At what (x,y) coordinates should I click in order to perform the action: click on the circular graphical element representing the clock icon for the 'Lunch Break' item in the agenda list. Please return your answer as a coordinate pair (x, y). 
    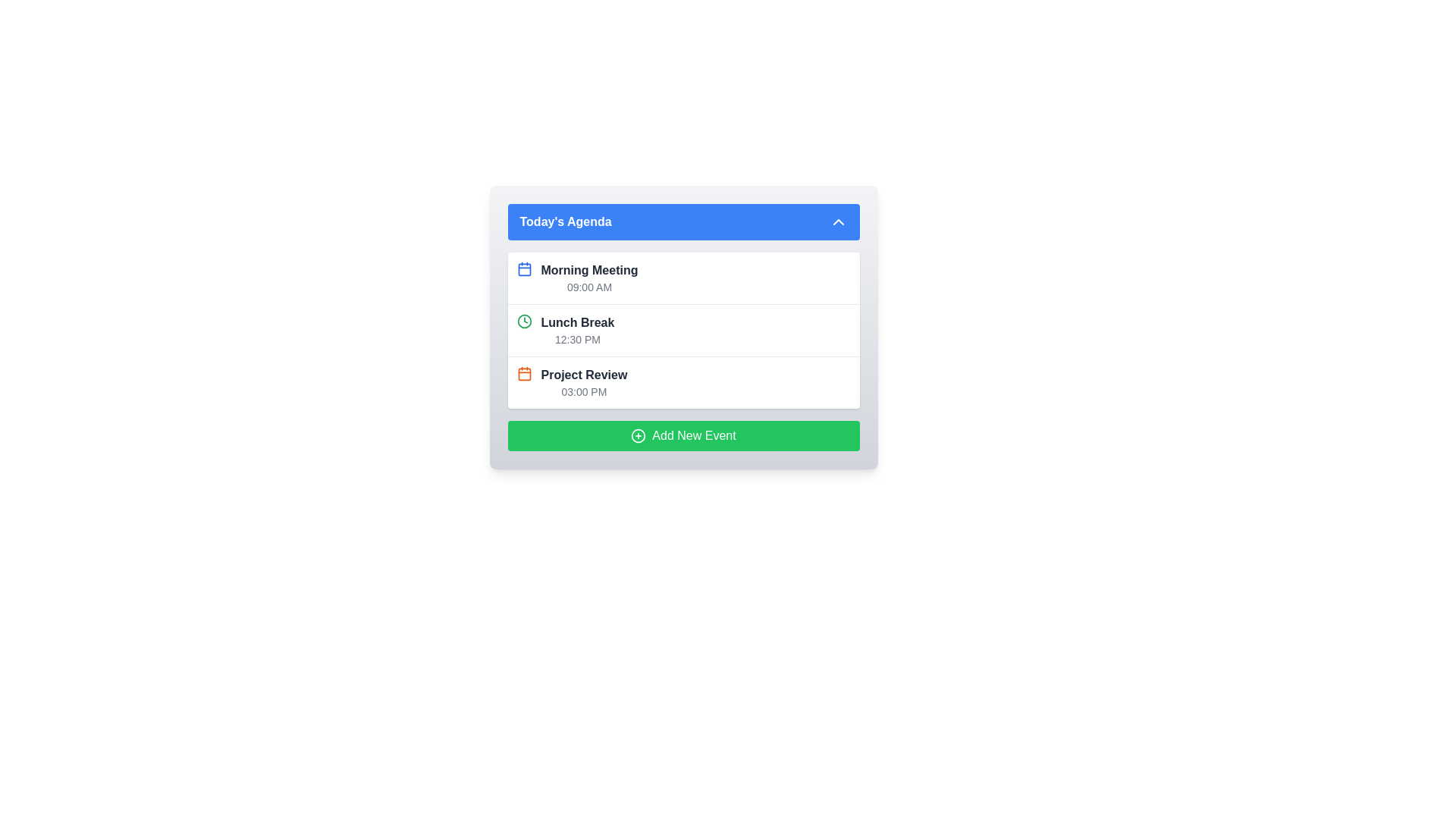
    Looking at the image, I should click on (524, 321).